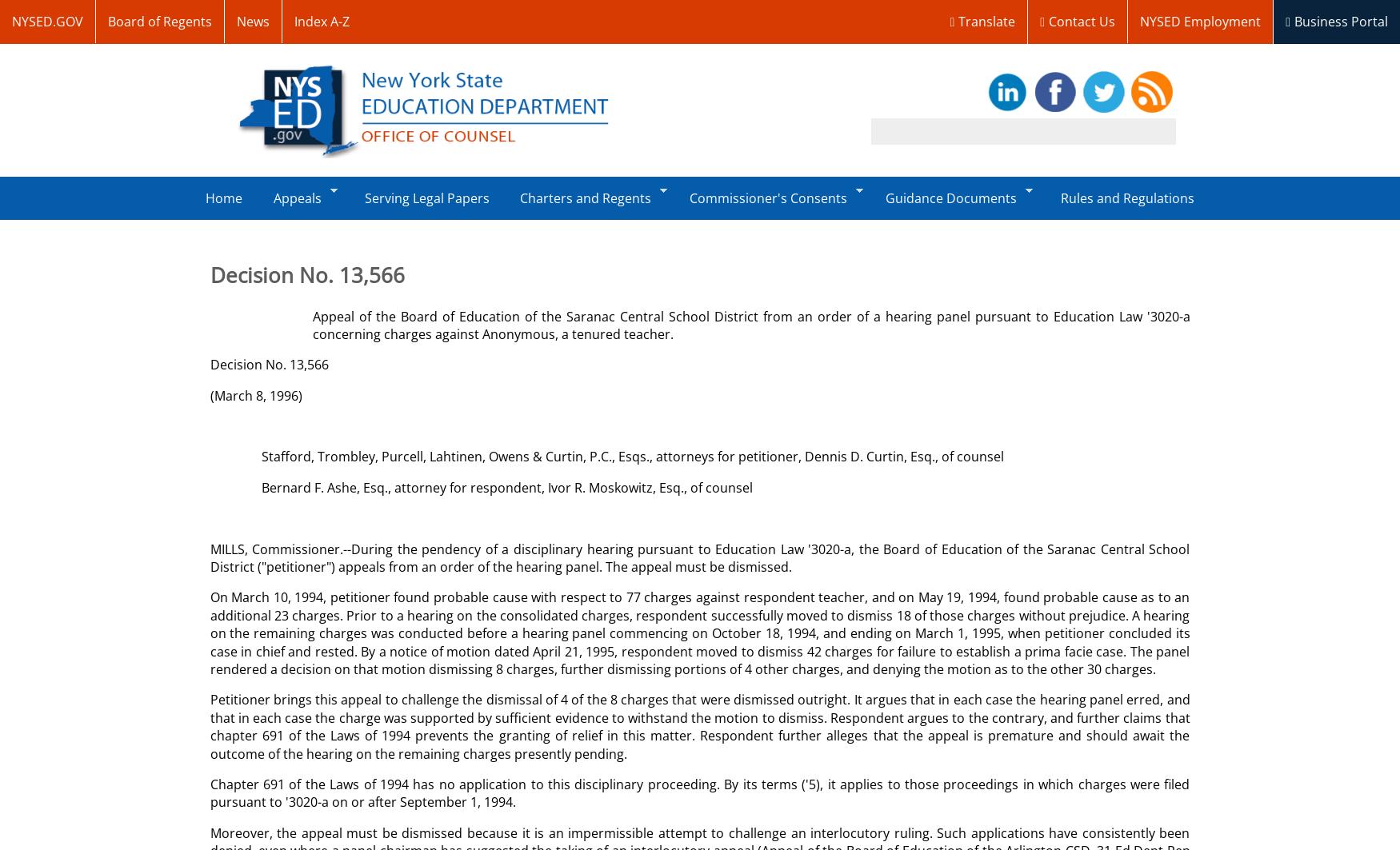  Describe the element at coordinates (518, 198) in the screenshot. I see `'Charters and Regents'` at that location.